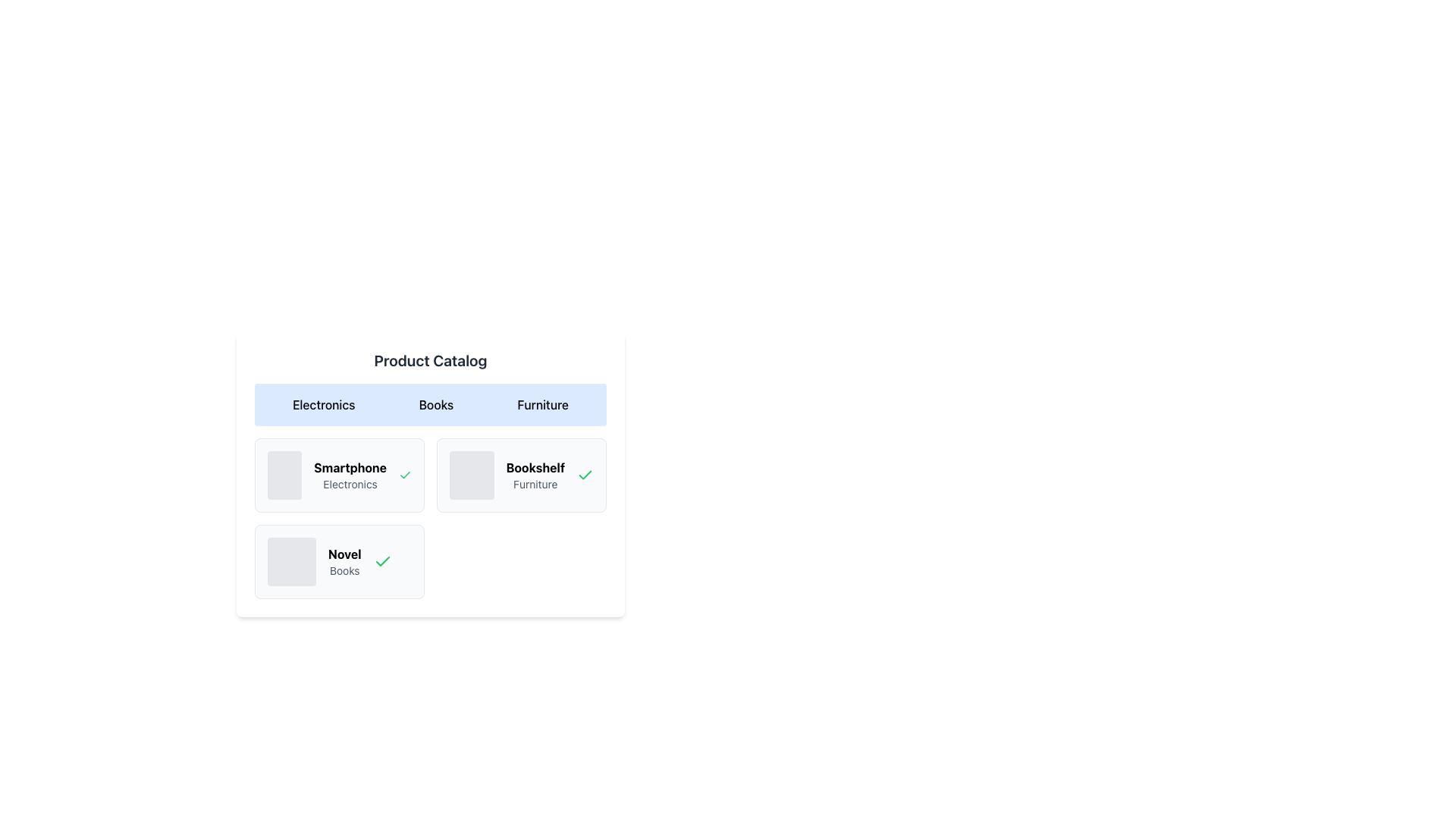 Image resolution: width=1456 pixels, height=819 pixels. What do you see at coordinates (344, 570) in the screenshot?
I see `the static text label containing the word 'Books', which is styled in a smaller font and light gray color, located below the bold 'Novel' text within a product card layout` at bounding box center [344, 570].